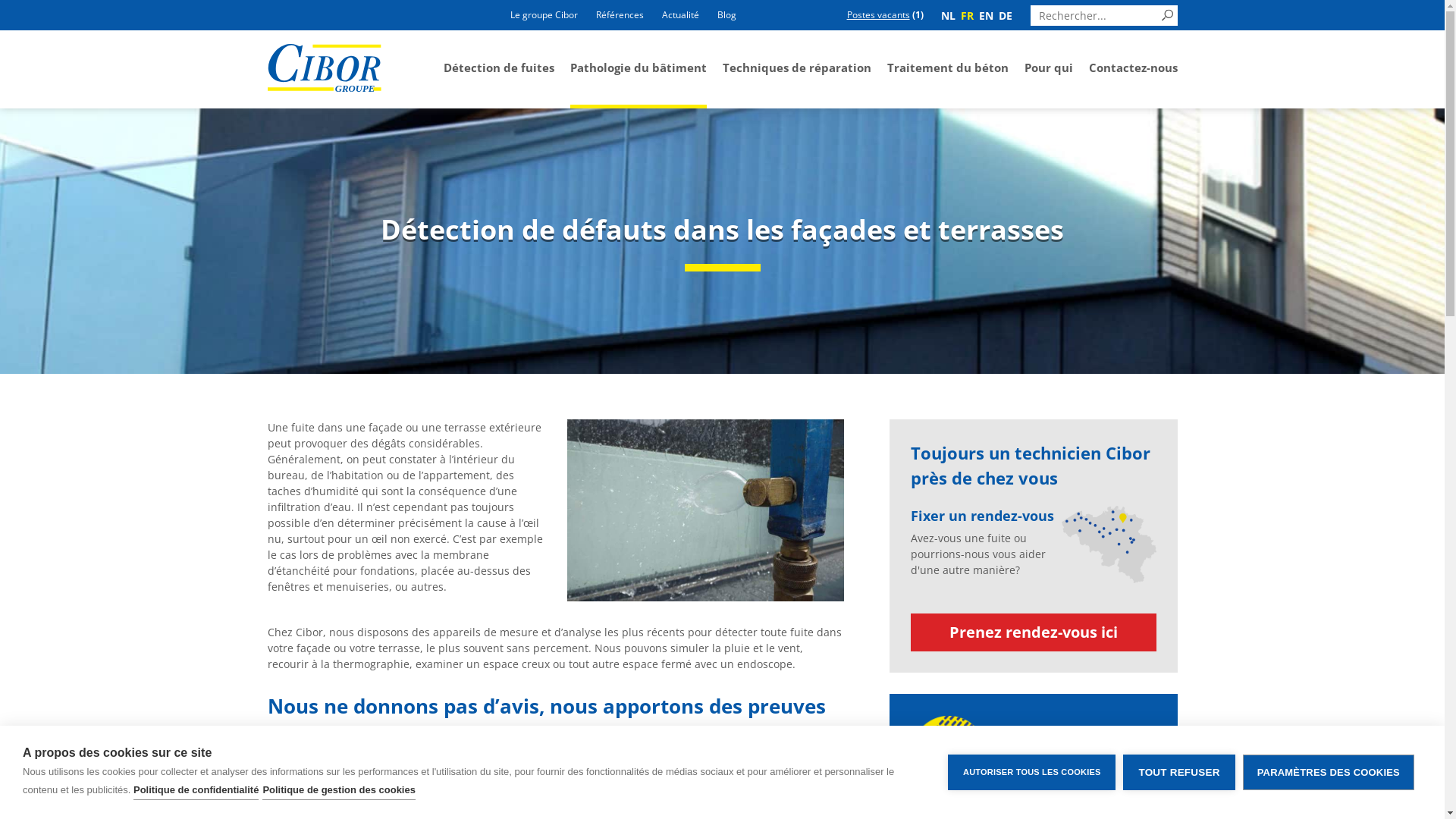 The image size is (1456, 819). I want to click on 'NL', so click(948, 14).